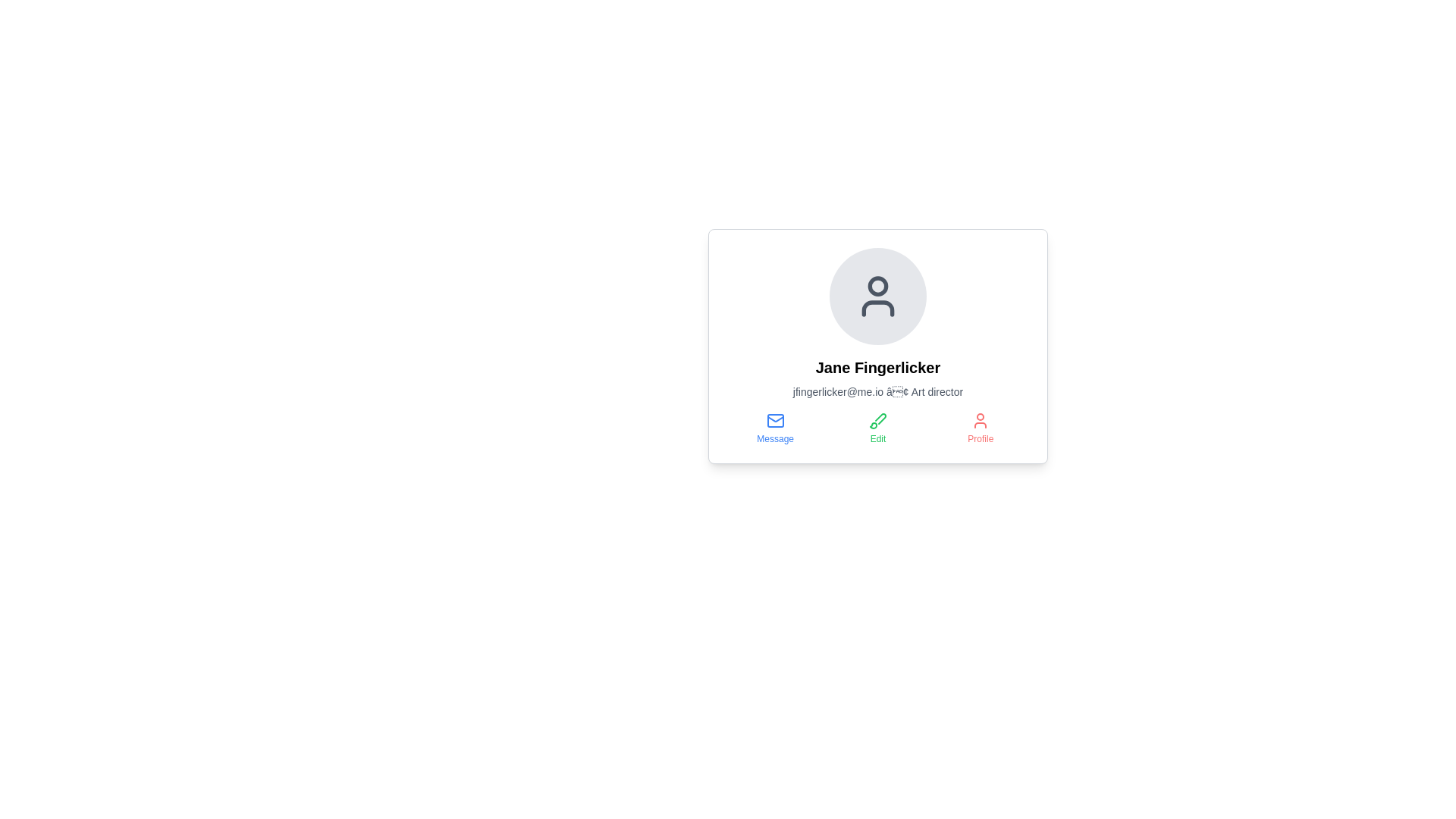 The width and height of the screenshot is (1456, 819). Describe the element at coordinates (877, 286) in the screenshot. I see `the decorative Circle graphical element located at the center of the avatar icon in the user profile card` at that location.